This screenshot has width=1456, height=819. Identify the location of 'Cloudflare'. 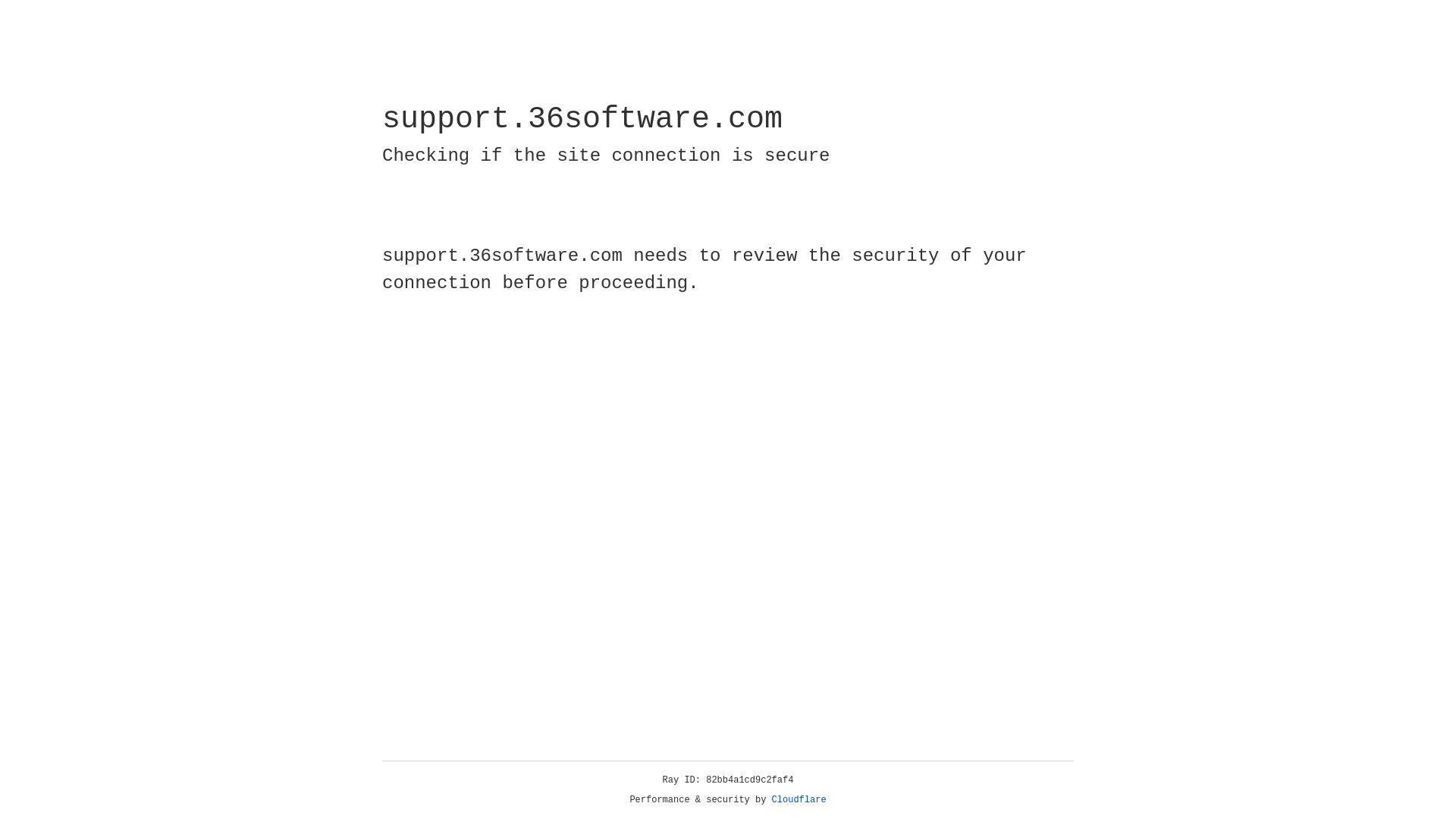
(799, 799).